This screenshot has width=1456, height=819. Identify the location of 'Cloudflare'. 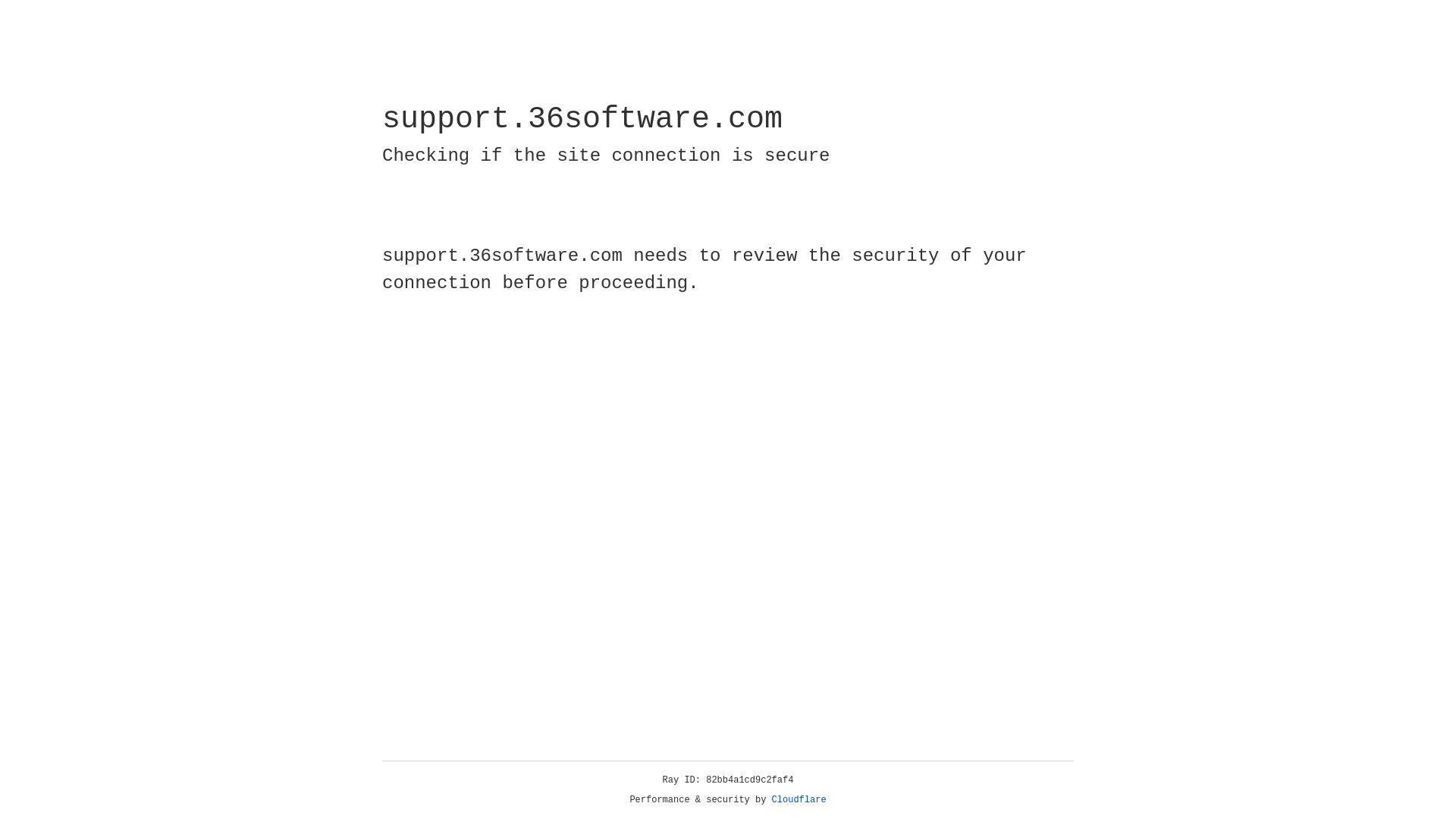
(799, 799).